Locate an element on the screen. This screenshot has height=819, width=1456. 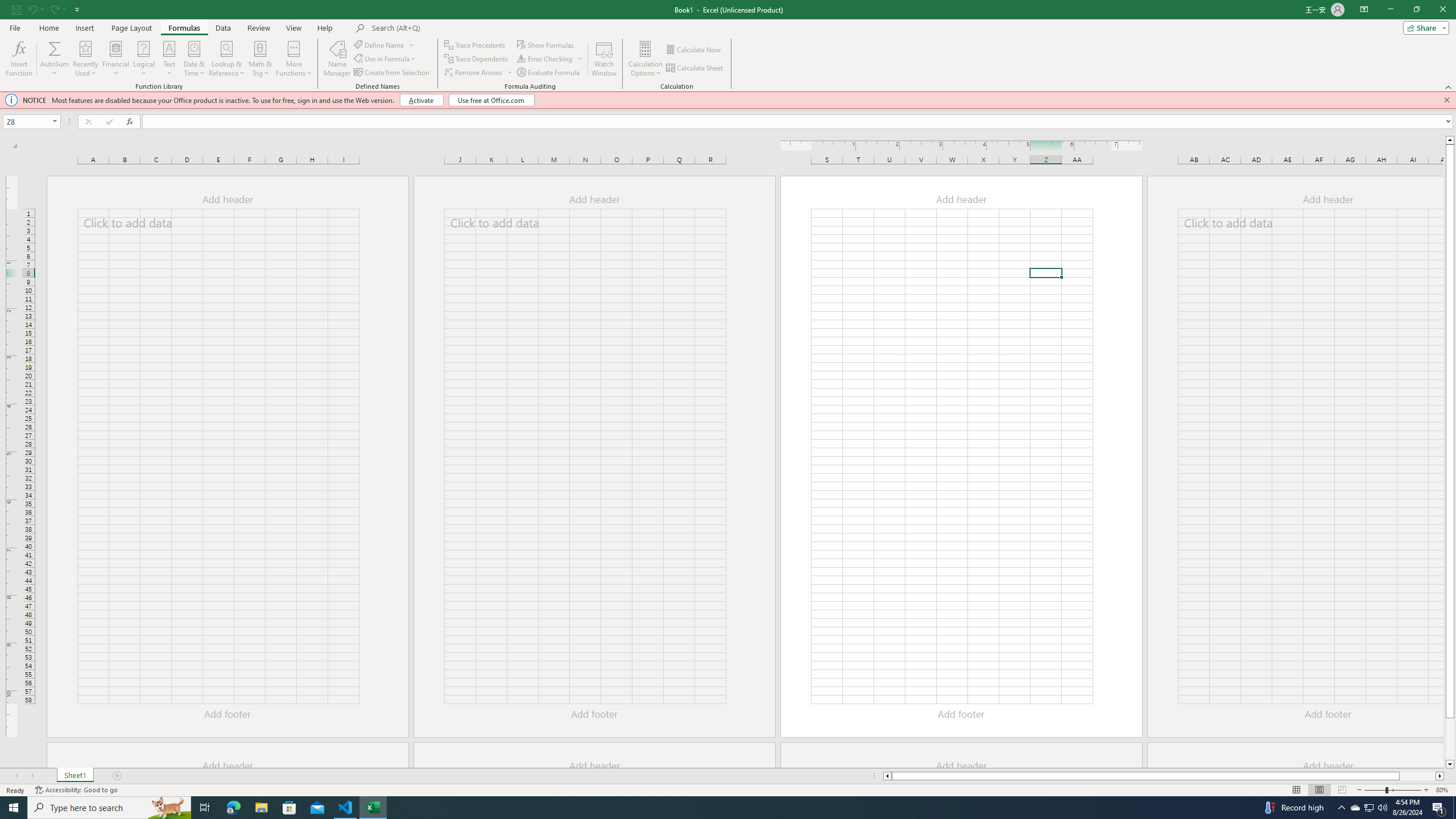
'Define Name...' is located at coordinates (380, 44).